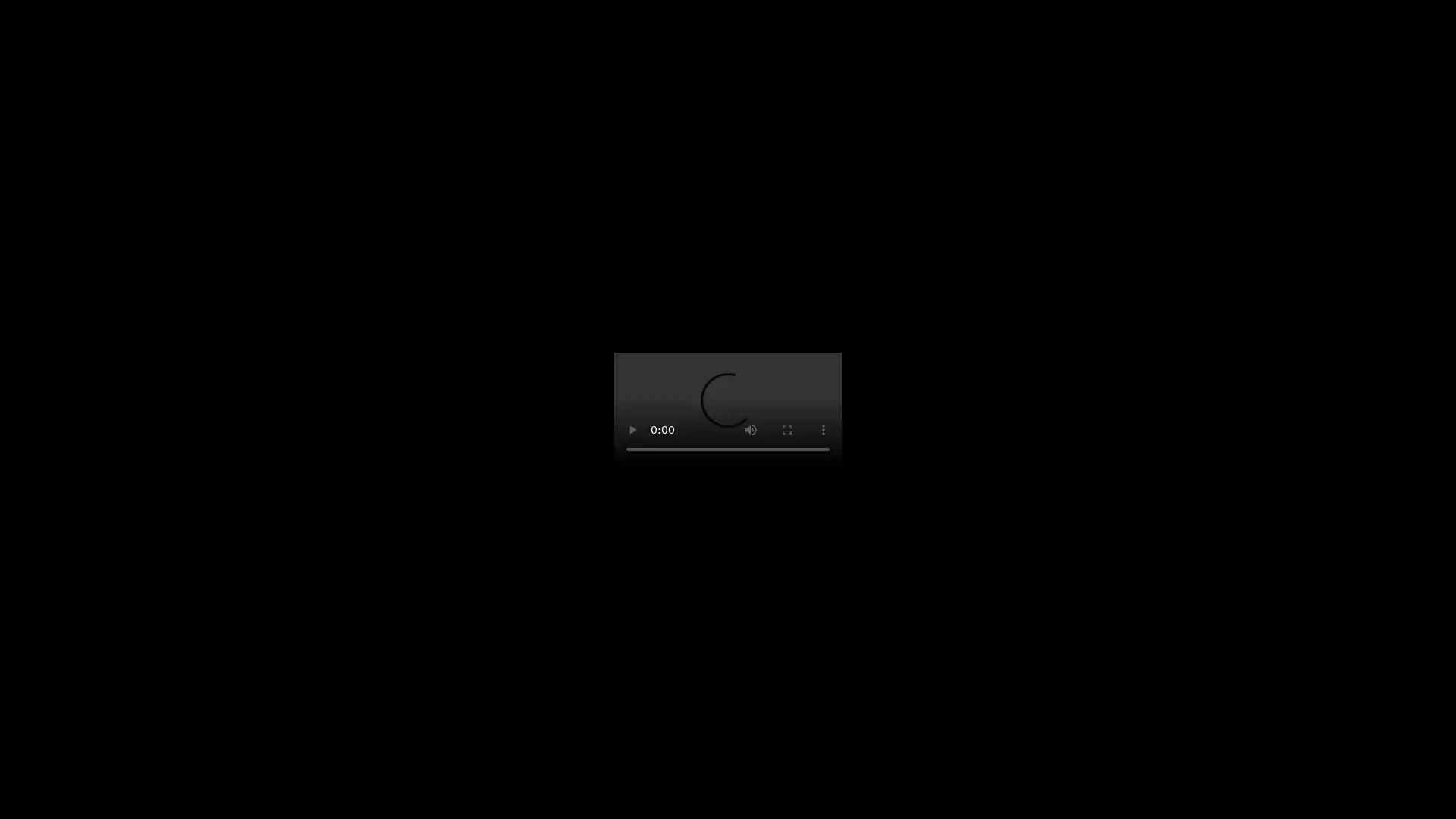  Describe the element at coordinates (786, 430) in the screenshot. I see `enter full screen` at that location.